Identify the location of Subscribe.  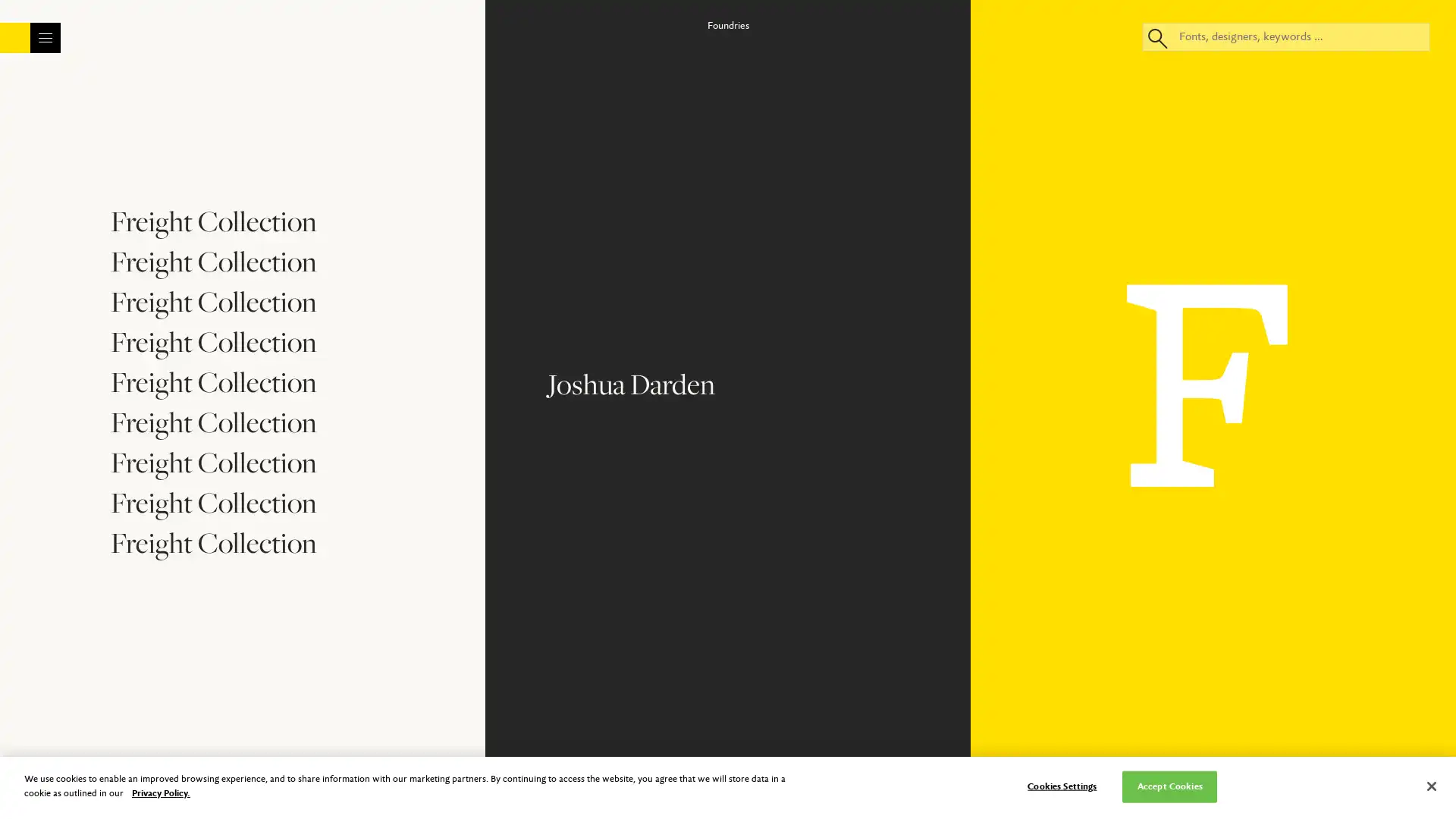
(726, 409).